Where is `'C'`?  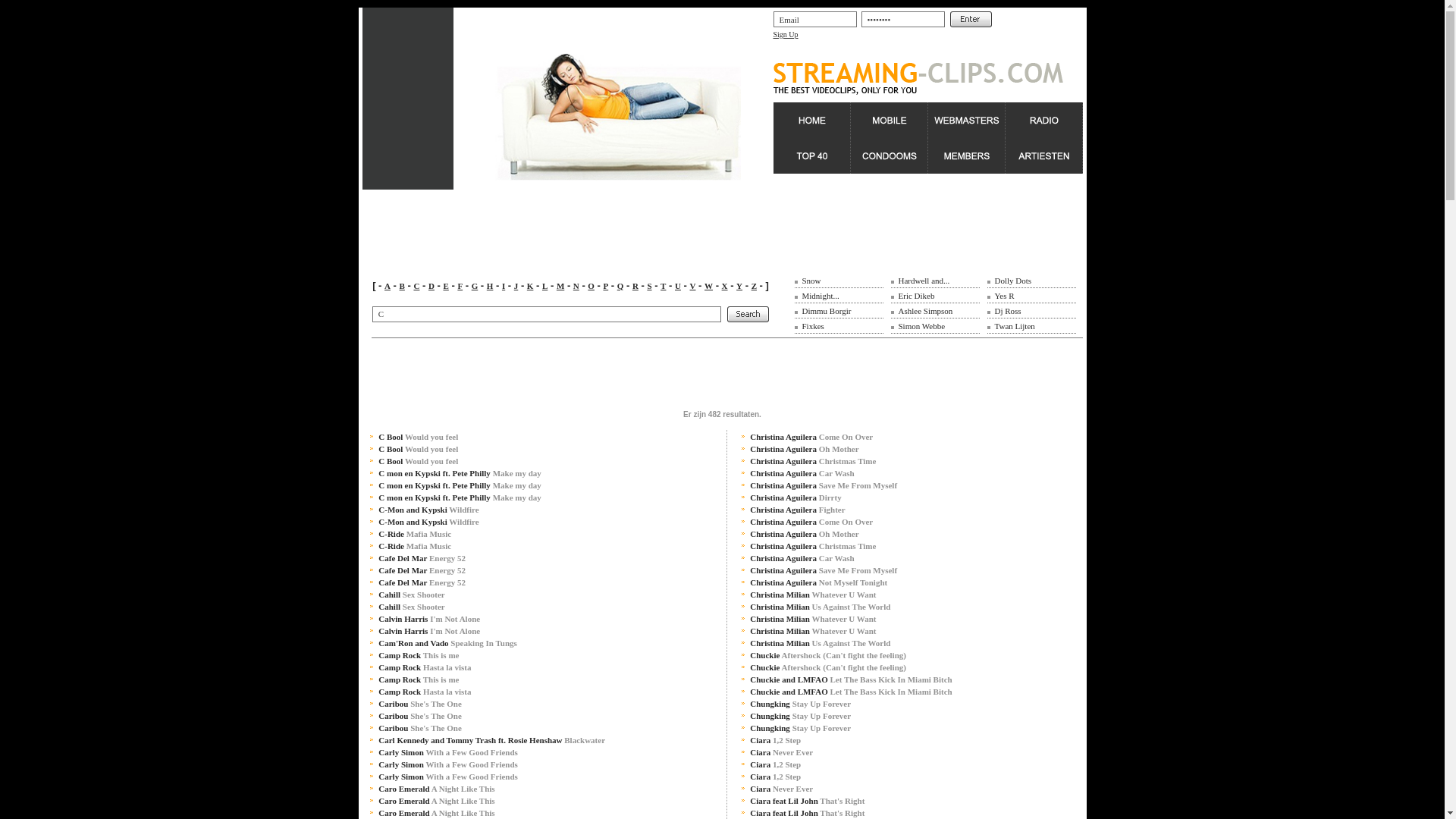 'C' is located at coordinates (416, 286).